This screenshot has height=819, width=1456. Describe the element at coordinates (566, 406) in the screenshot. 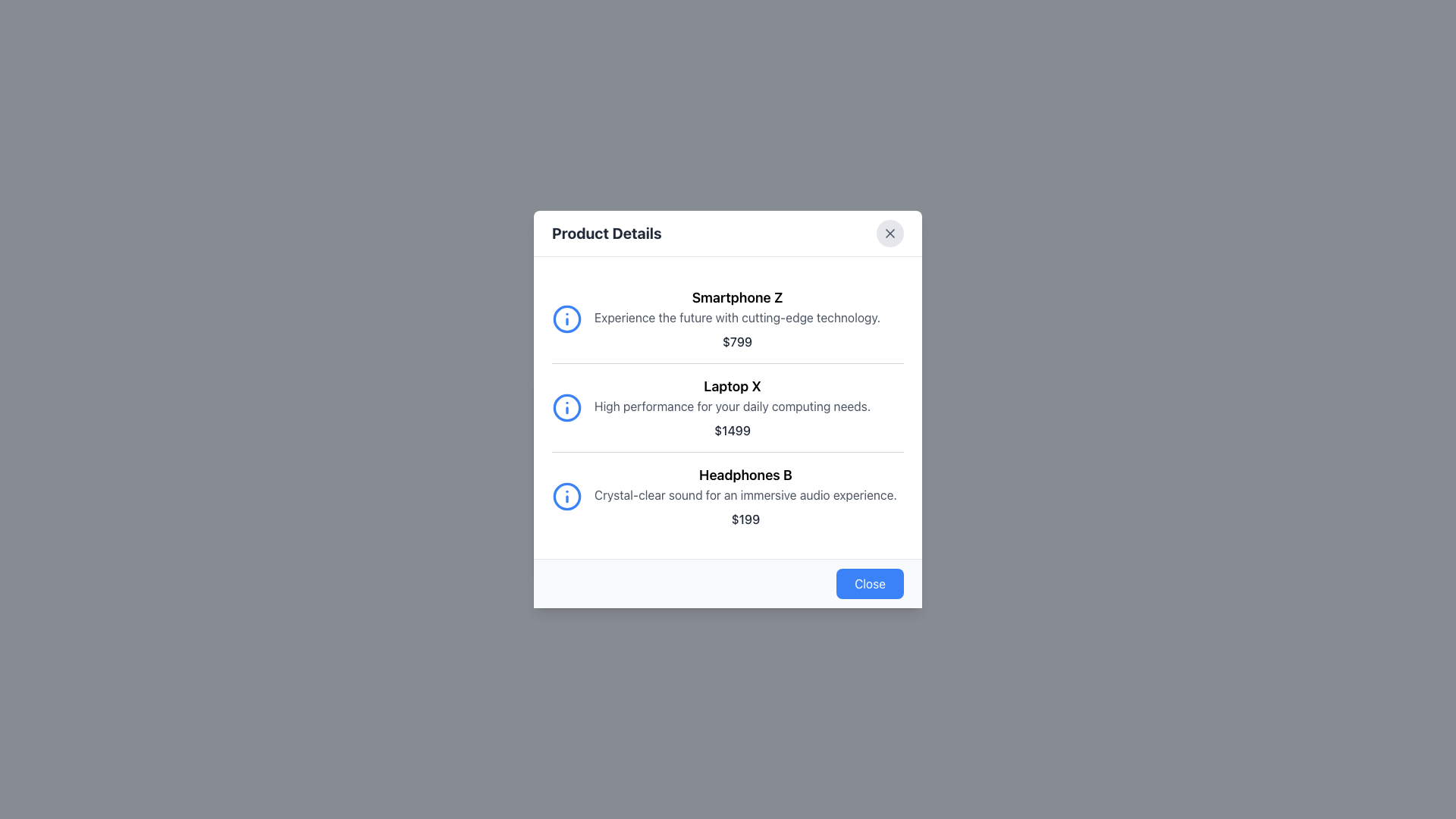

I see `the blue circular icon with an 'i' symbol located at the left edge of the card for 'Laptop X'` at that location.